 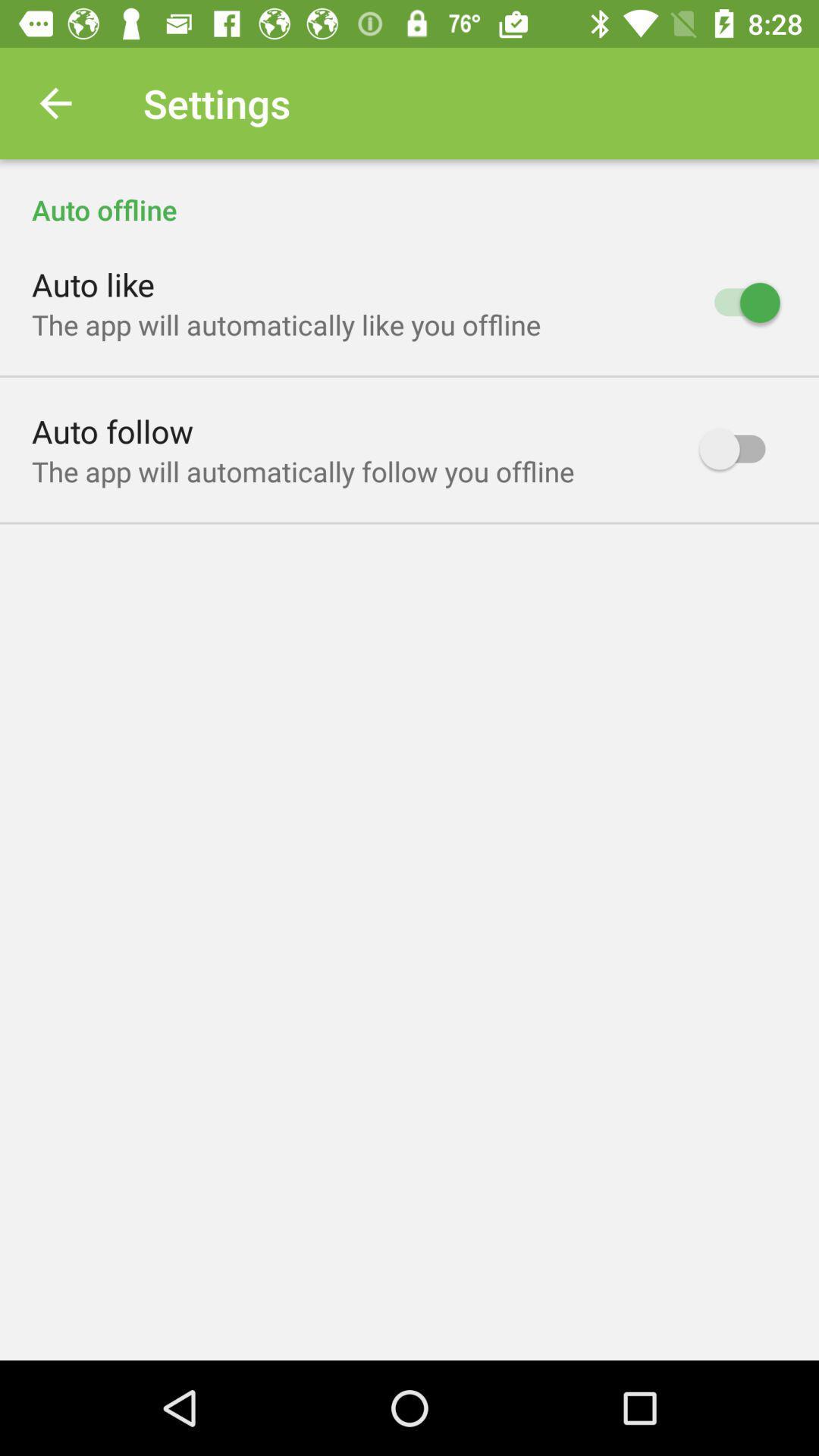 What do you see at coordinates (55, 102) in the screenshot?
I see `the icon to the left of settings item` at bounding box center [55, 102].